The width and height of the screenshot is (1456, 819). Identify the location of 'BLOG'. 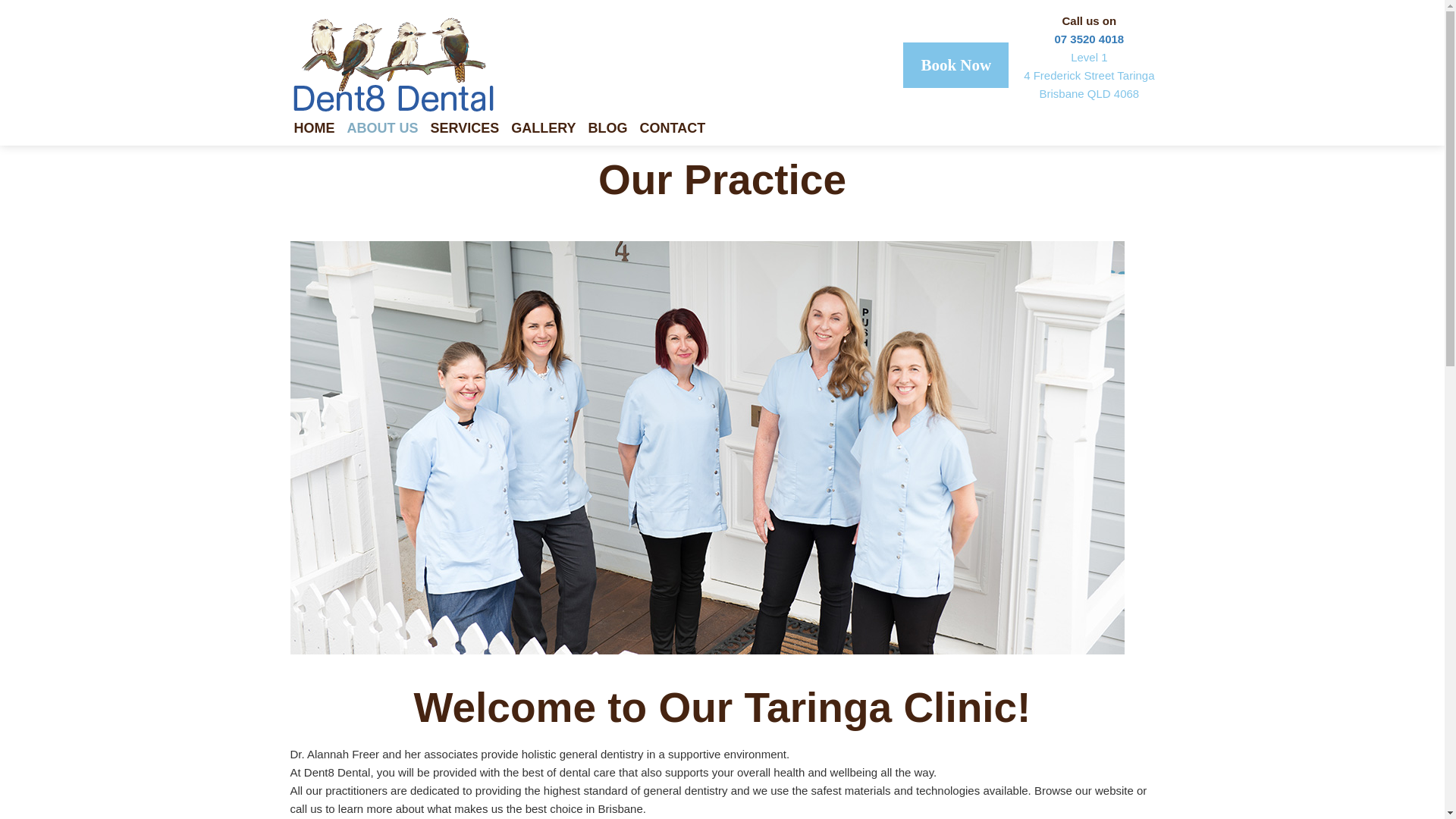
(614, 130).